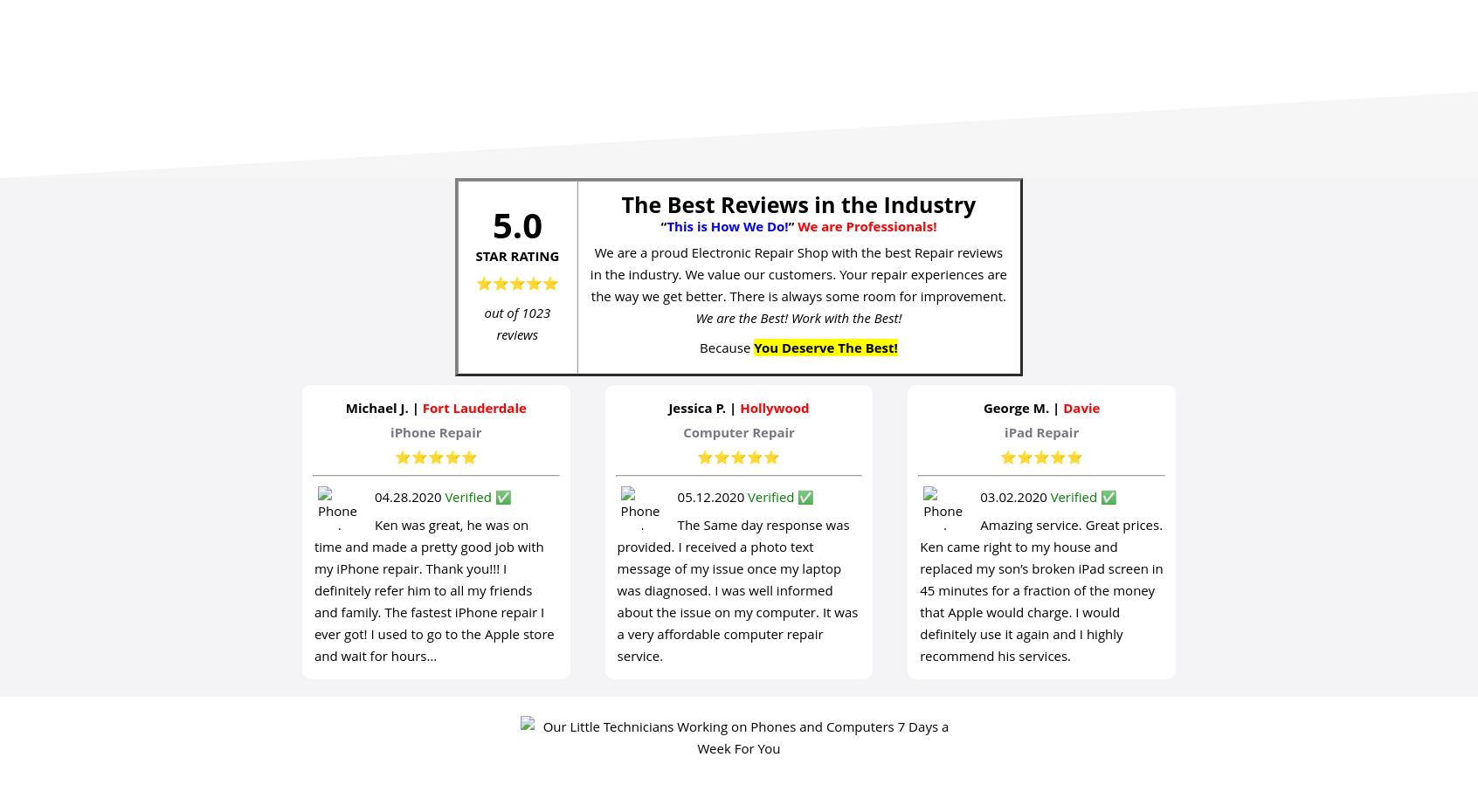 The width and height of the screenshot is (1478, 812). I want to click on 'We are a proud Electronic Repair Shop with the best Repair reviews in the industry. We value our customers. Your repair experiences are the way we get better. There is always some room for improvement.', so click(797, 272).